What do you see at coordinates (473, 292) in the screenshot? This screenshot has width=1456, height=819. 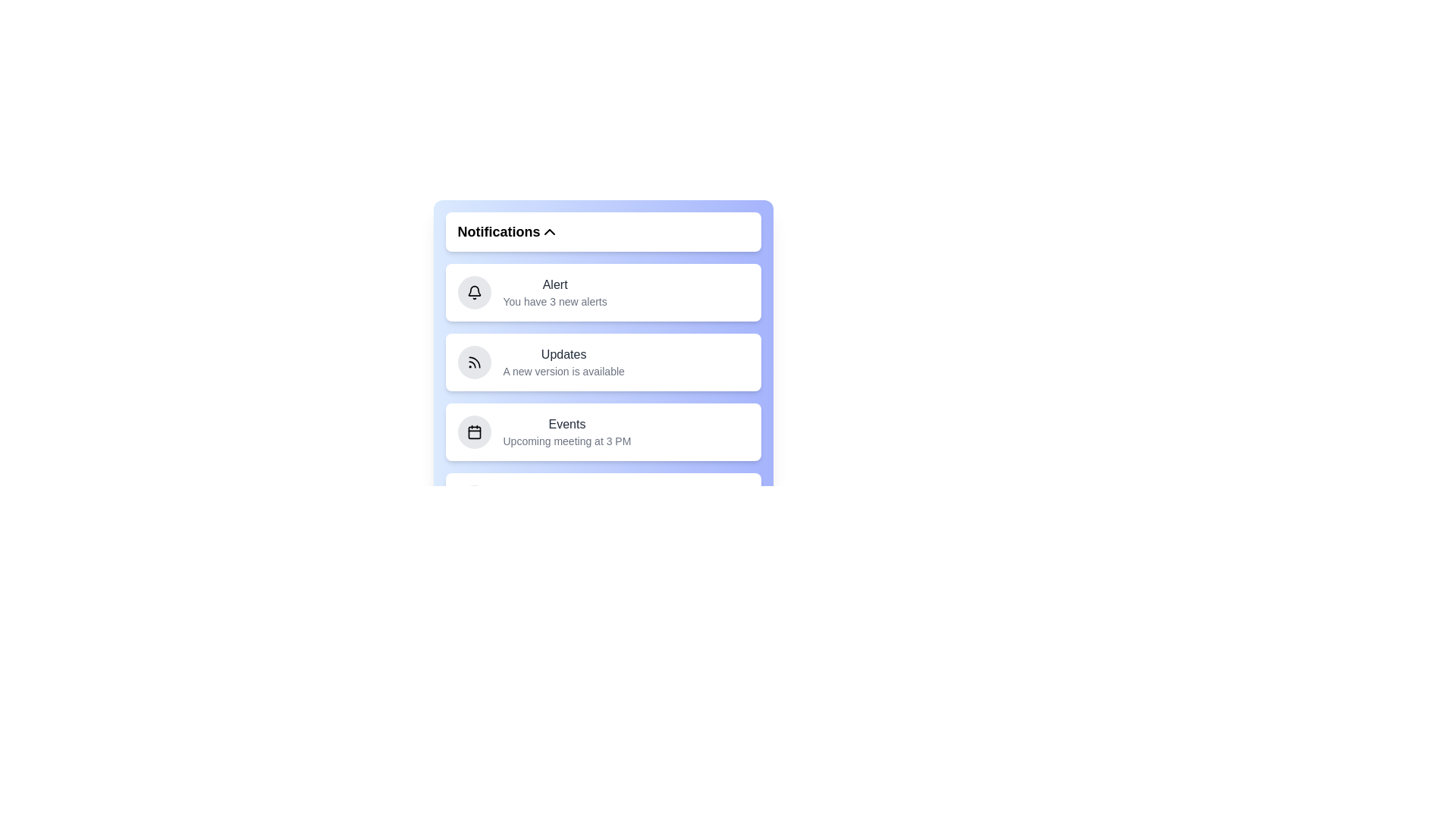 I see `the icon representing Alert notification` at bounding box center [473, 292].